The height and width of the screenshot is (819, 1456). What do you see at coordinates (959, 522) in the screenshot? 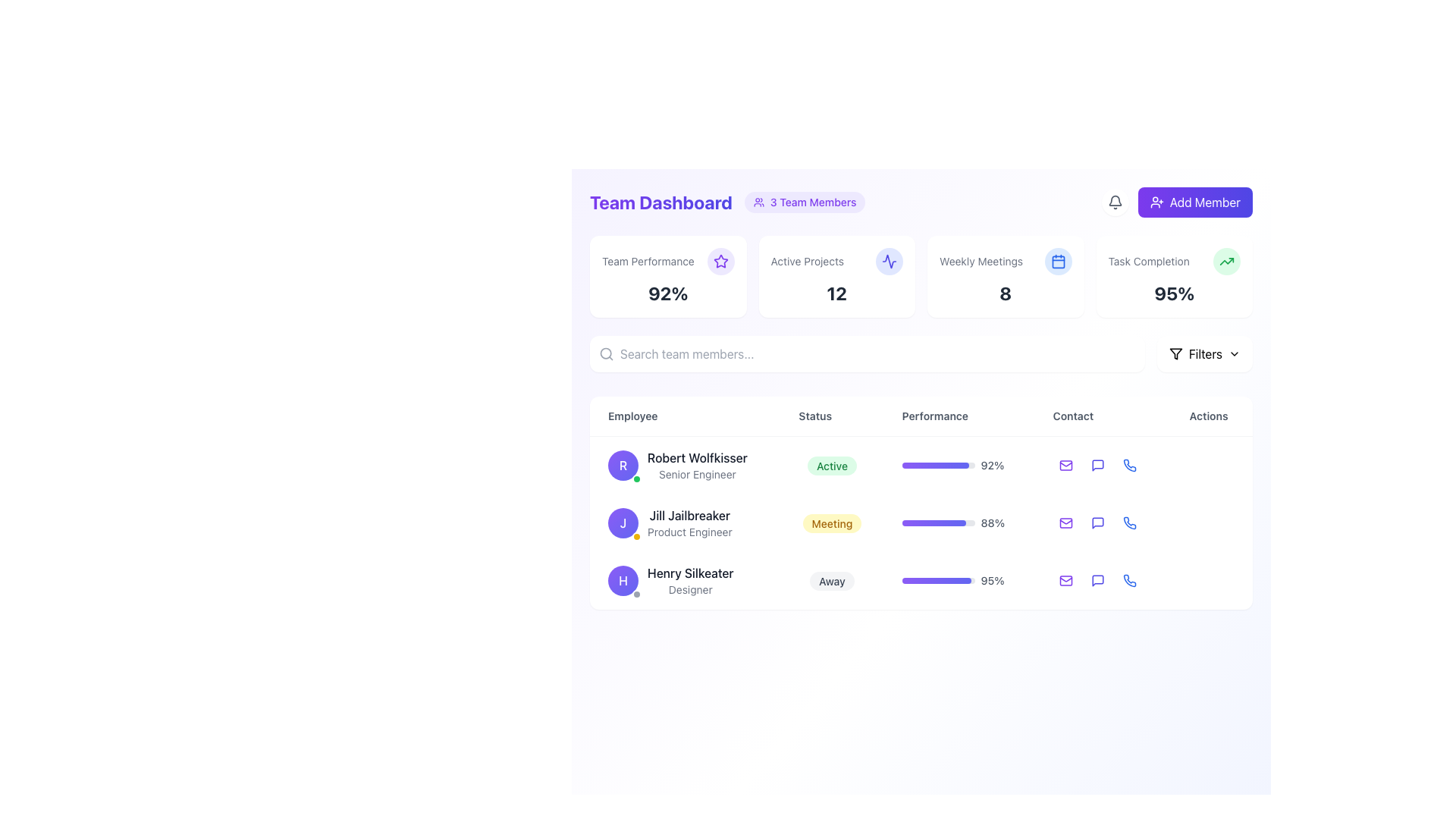
I see `the progress bar with a textual indicator showing '88%' for accessibility tools` at bounding box center [959, 522].